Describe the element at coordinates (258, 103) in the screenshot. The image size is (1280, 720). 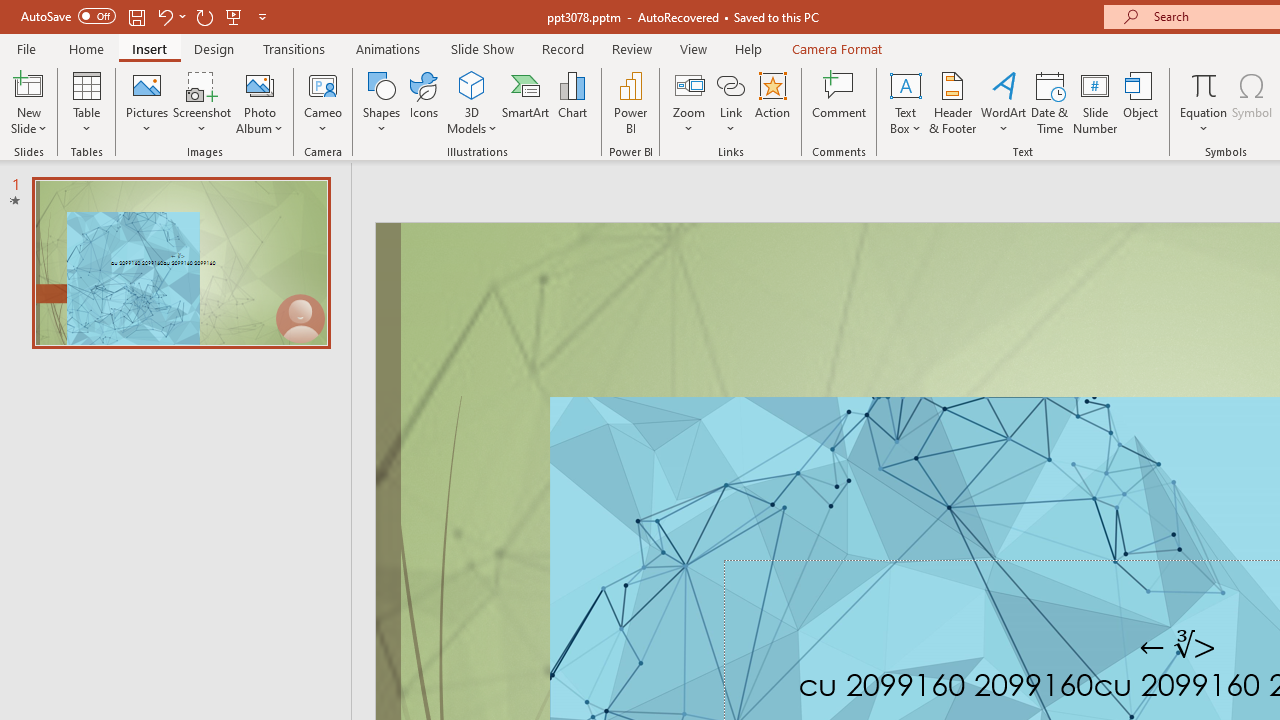
I see `'Photo Album...'` at that location.